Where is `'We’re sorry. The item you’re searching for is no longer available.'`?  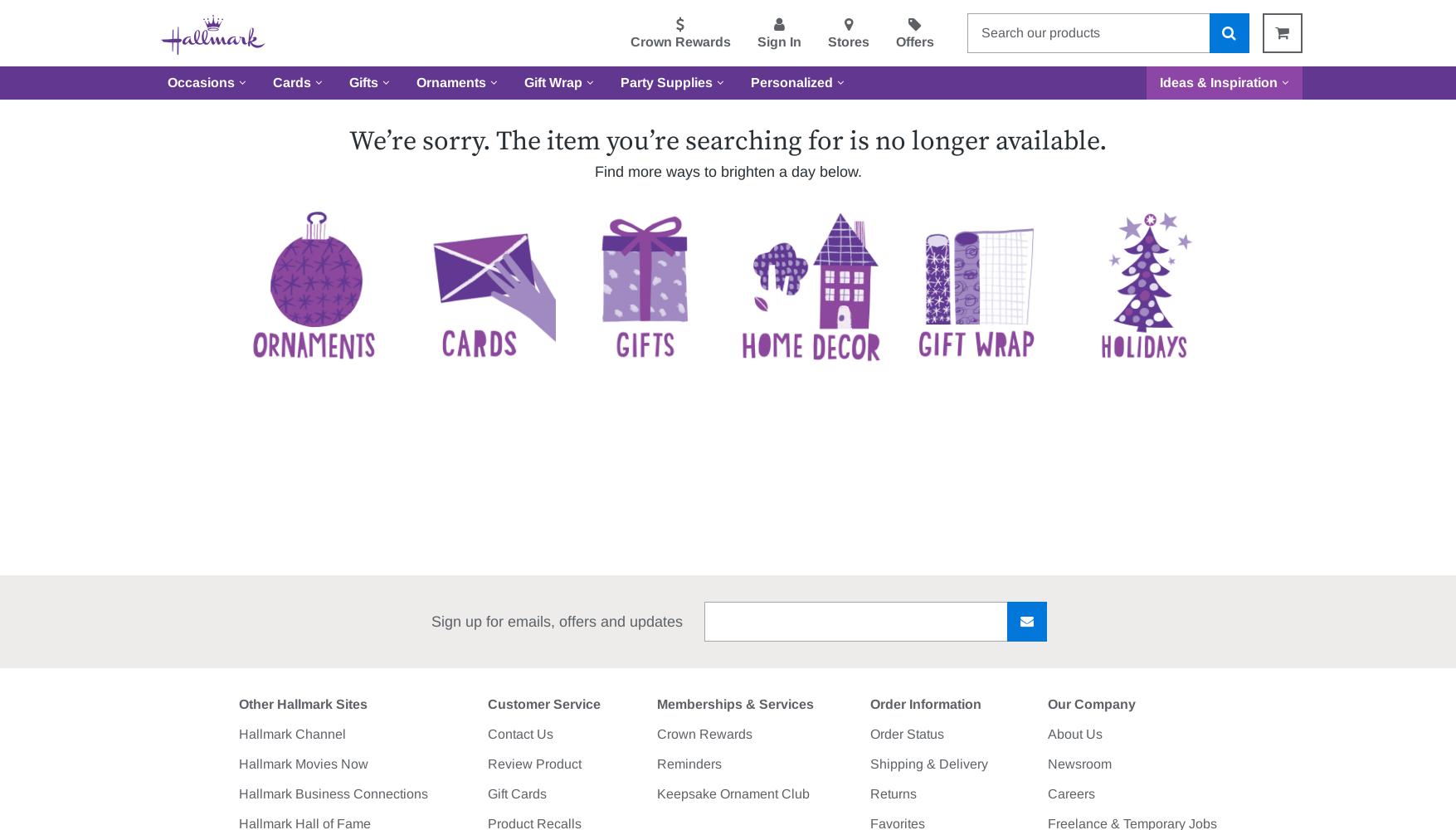 'We’re sorry. The item you’re searching for is no longer available.' is located at coordinates (727, 142).